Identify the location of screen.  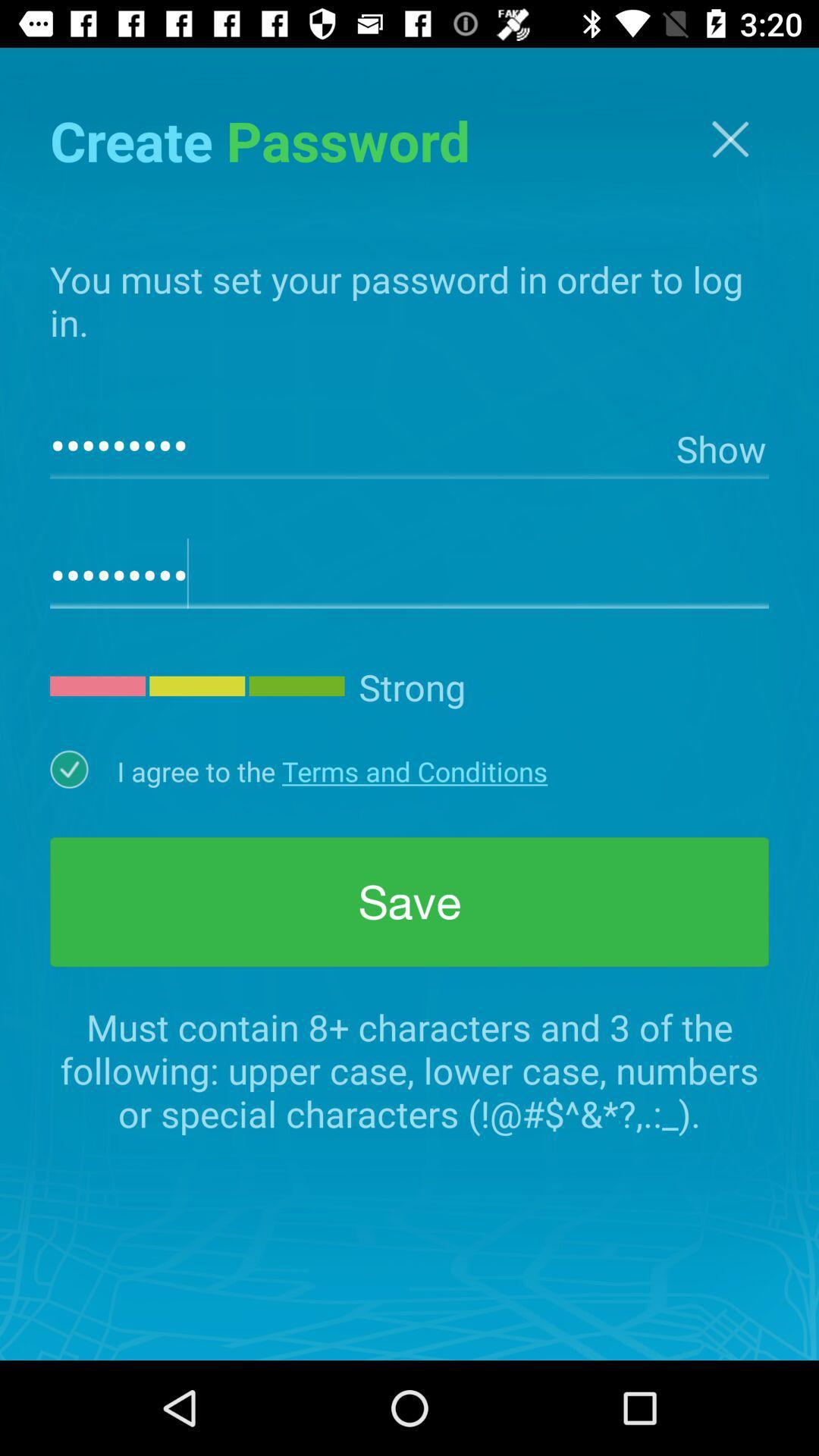
(730, 139).